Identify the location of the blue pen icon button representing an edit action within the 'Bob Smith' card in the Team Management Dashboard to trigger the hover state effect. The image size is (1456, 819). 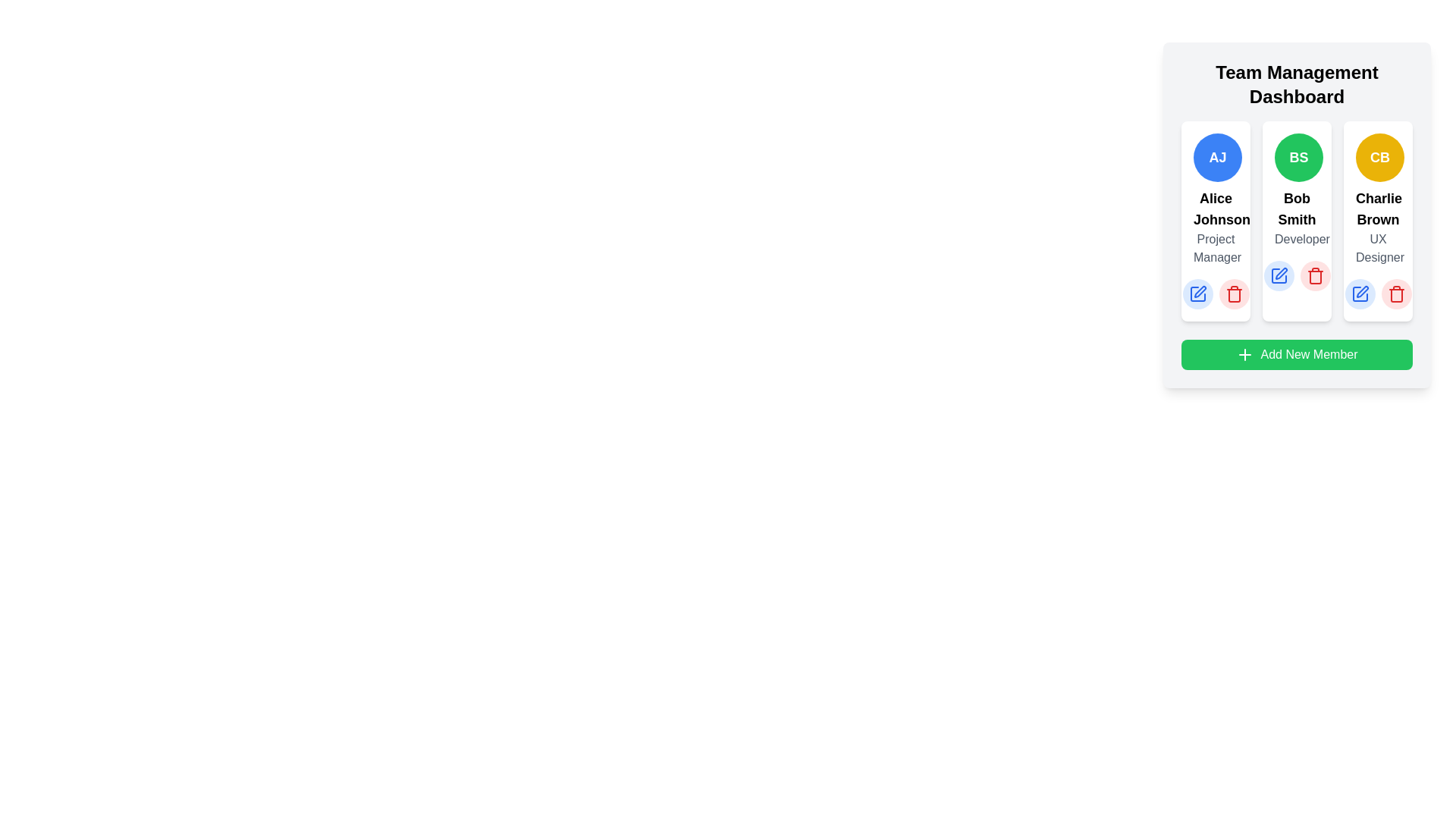
(1278, 275).